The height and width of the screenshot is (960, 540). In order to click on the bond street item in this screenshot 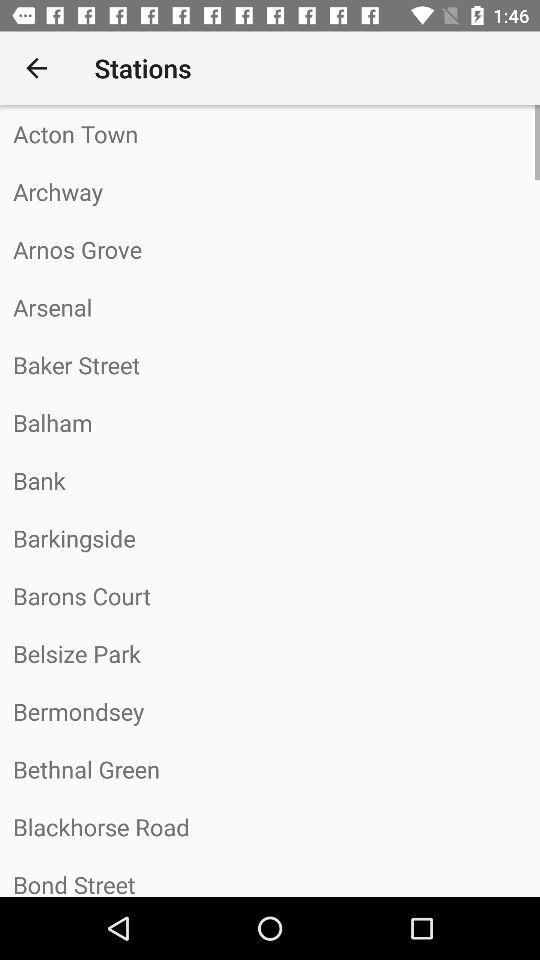, I will do `click(270, 875)`.